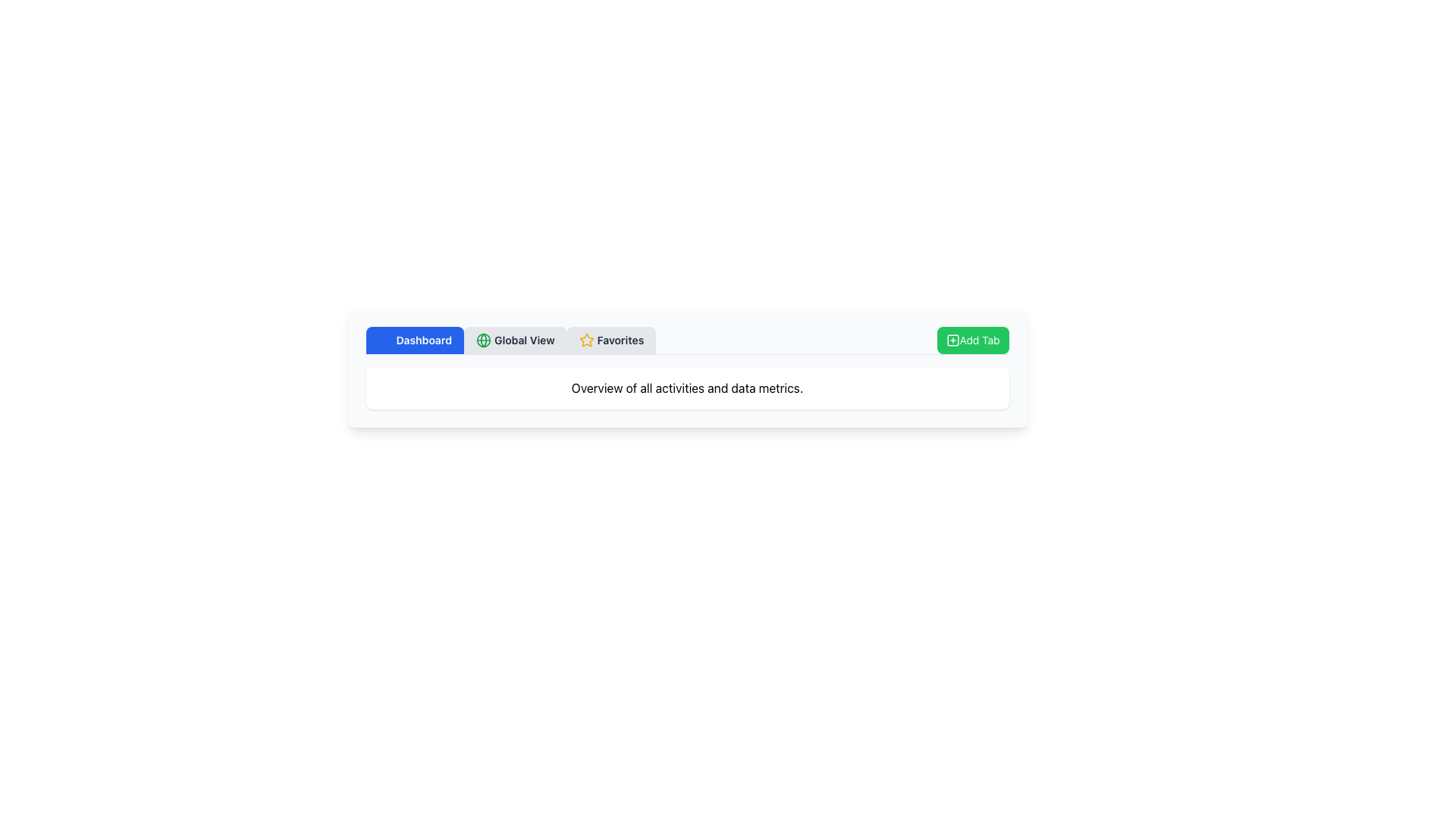  What do you see at coordinates (979, 339) in the screenshot?
I see `the 'Add Tab' text label within the green button located at the top right of the interface` at bounding box center [979, 339].